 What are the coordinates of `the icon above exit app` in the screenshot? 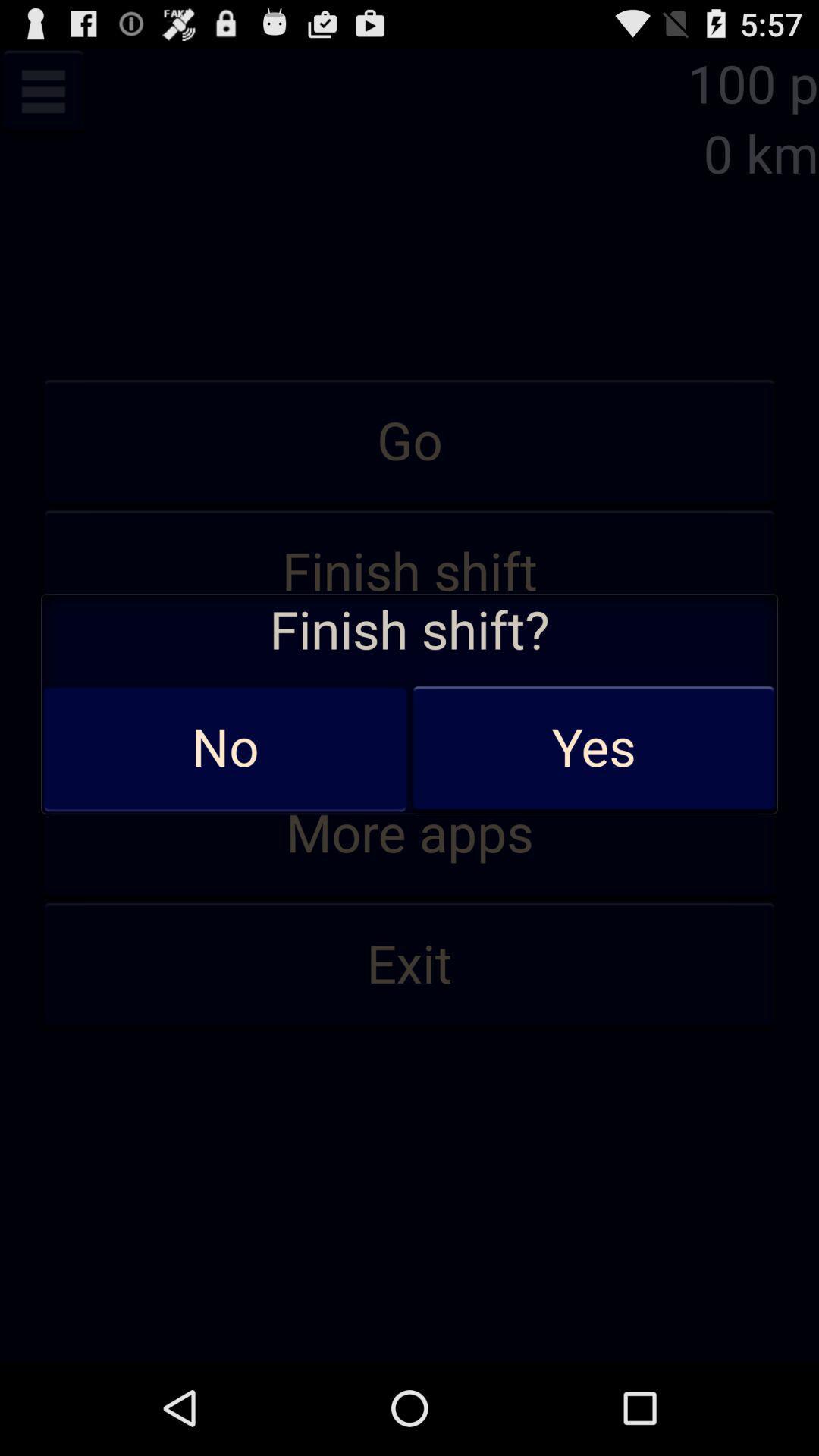 It's located at (409, 833).